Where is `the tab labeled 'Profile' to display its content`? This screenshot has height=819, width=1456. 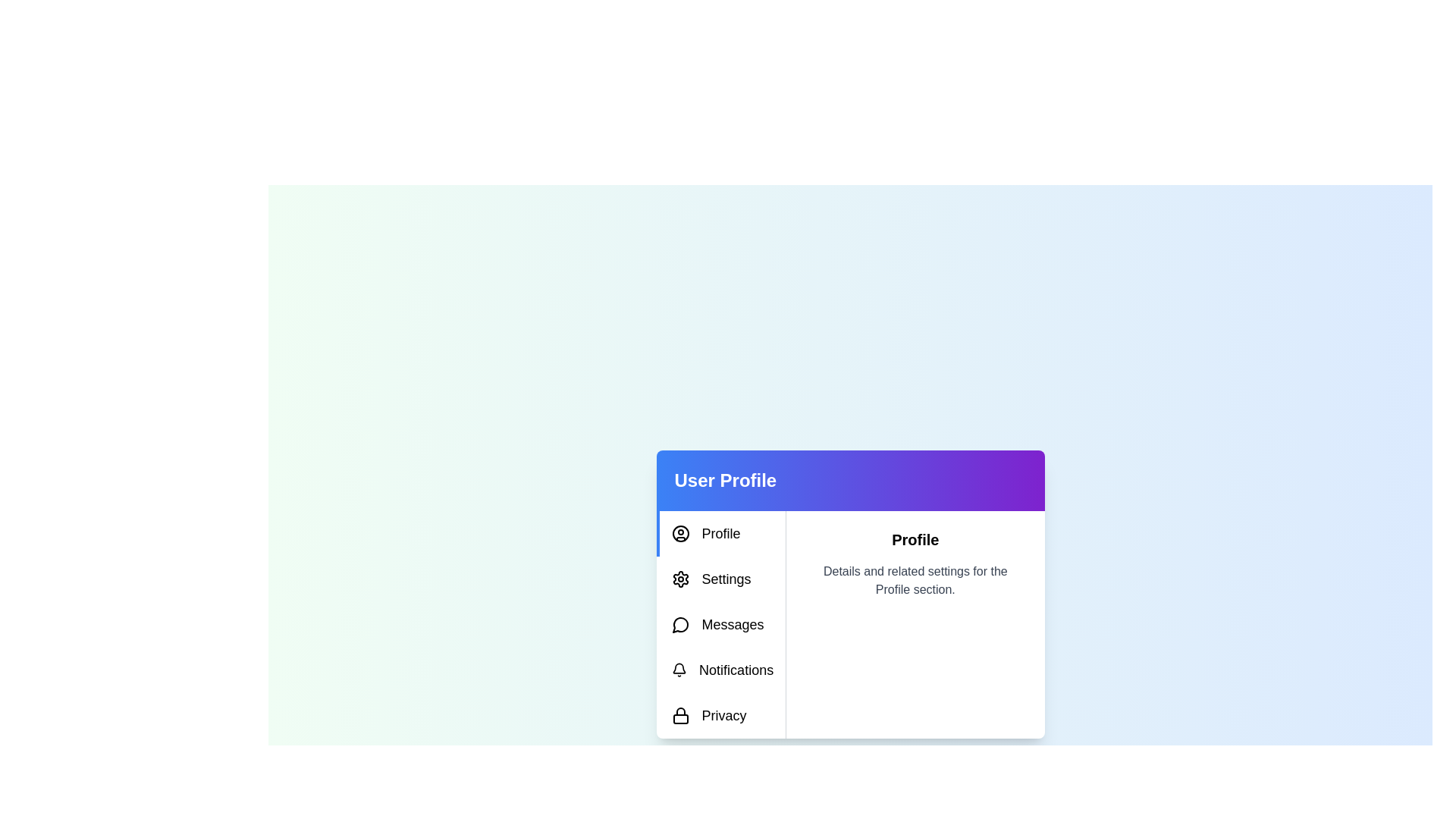 the tab labeled 'Profile' to display its content is located at coordinates (720, 533).